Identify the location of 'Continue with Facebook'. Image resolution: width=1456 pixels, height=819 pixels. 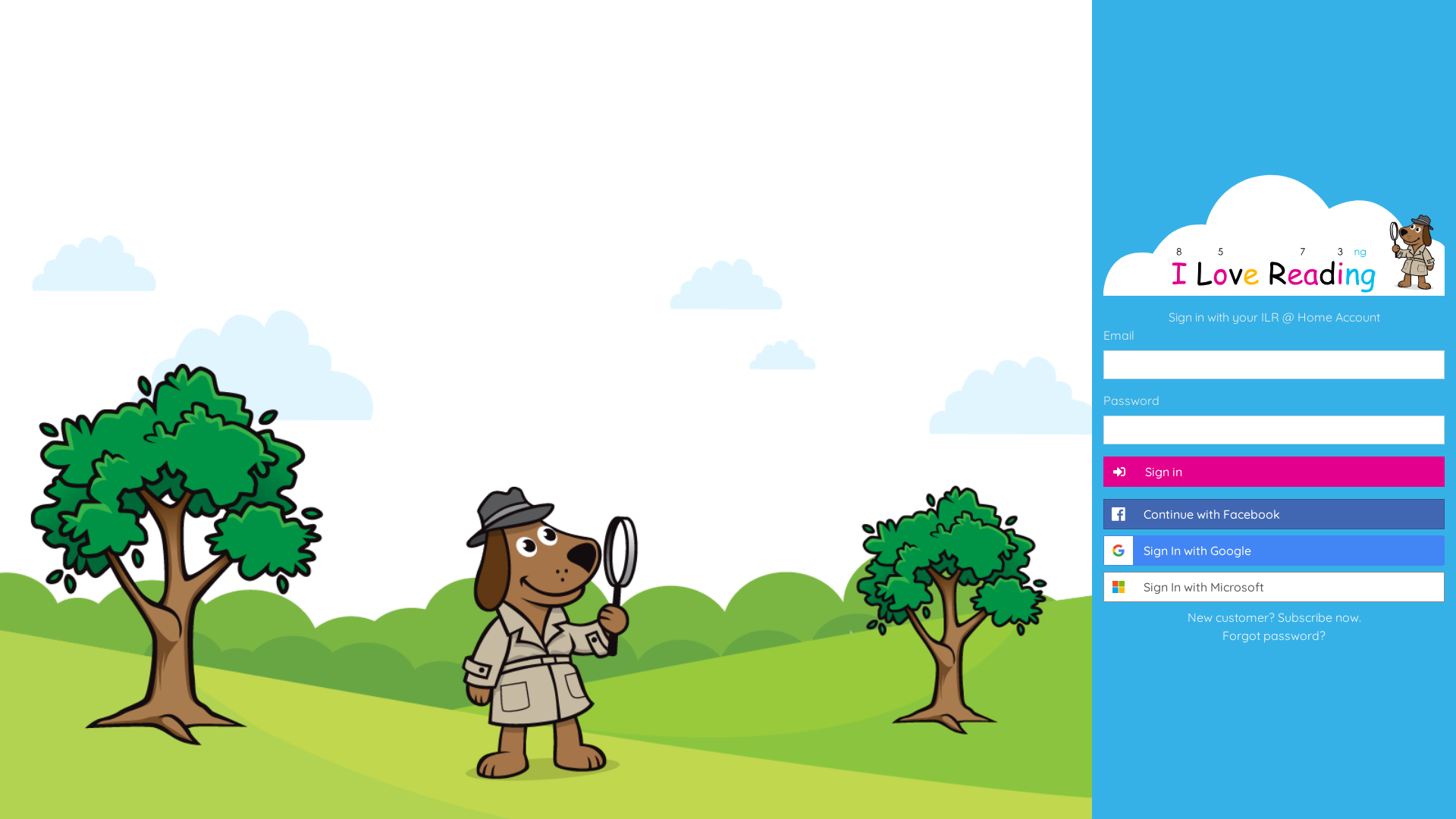
(1274, 513).